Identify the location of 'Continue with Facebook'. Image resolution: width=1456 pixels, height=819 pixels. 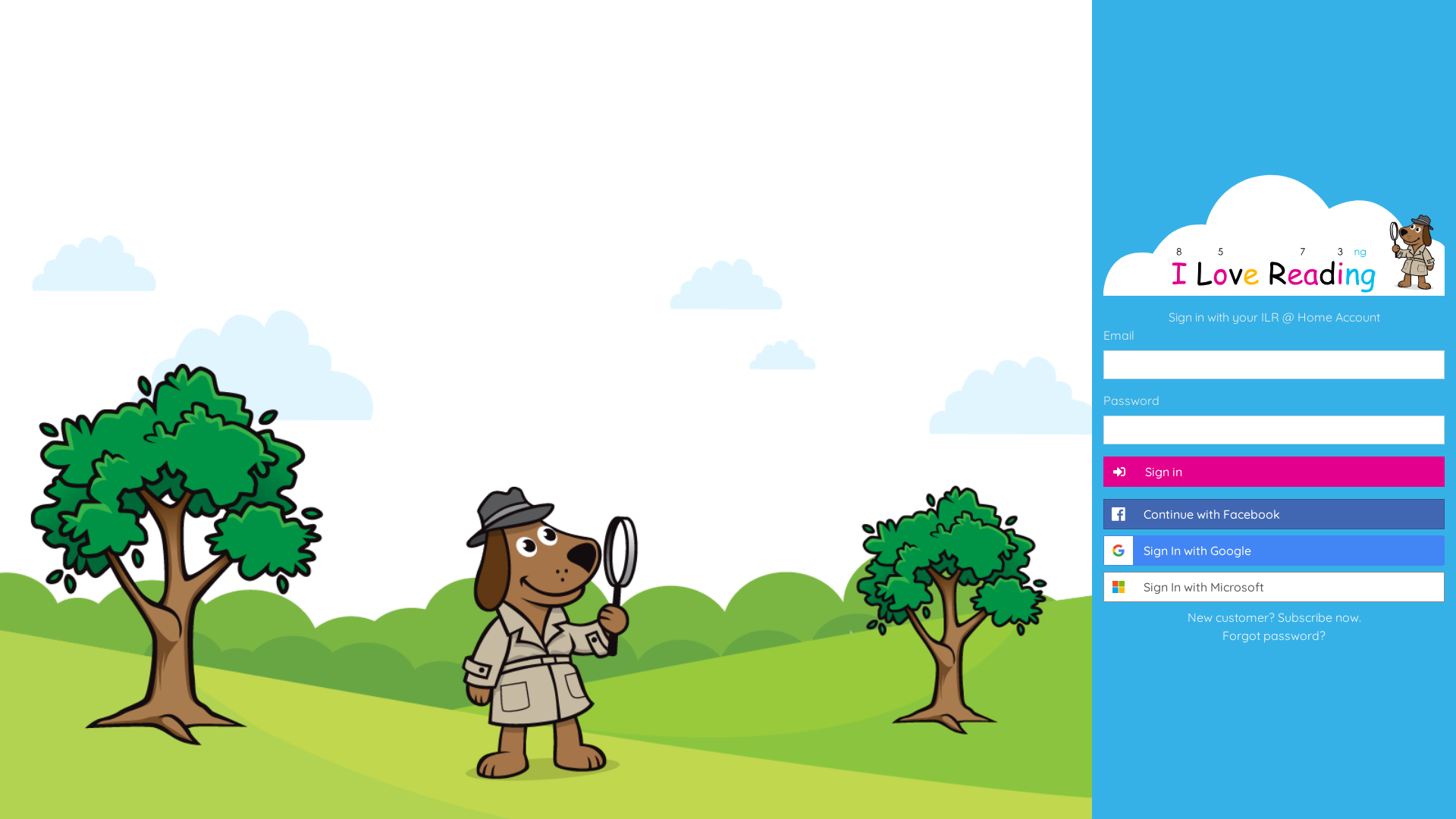
(1274, 513).